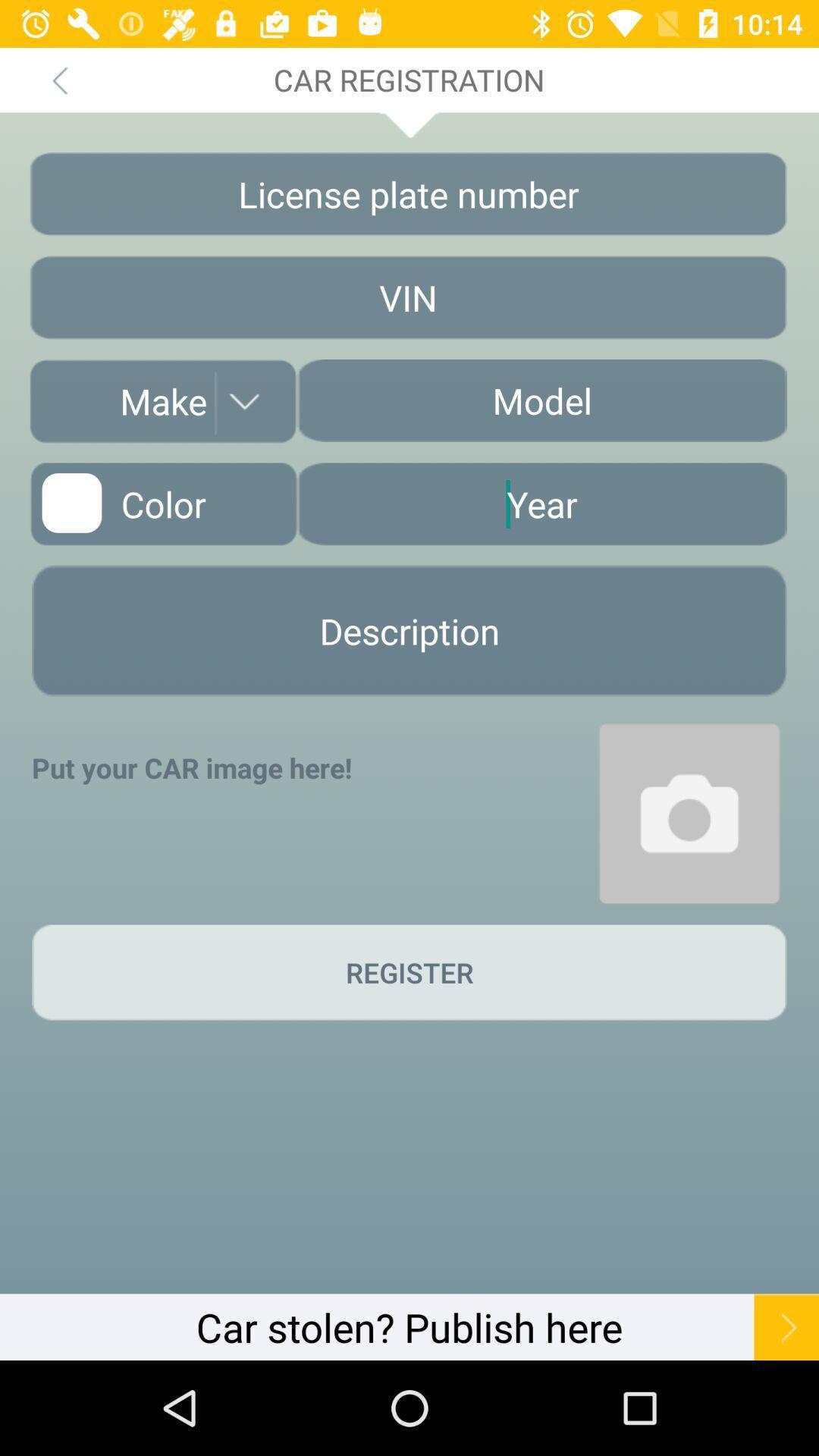 This screenshot has width=819, height=1456. Describe the element at coordinates (541, 504) in the screenshot. I see `the year` at that location.